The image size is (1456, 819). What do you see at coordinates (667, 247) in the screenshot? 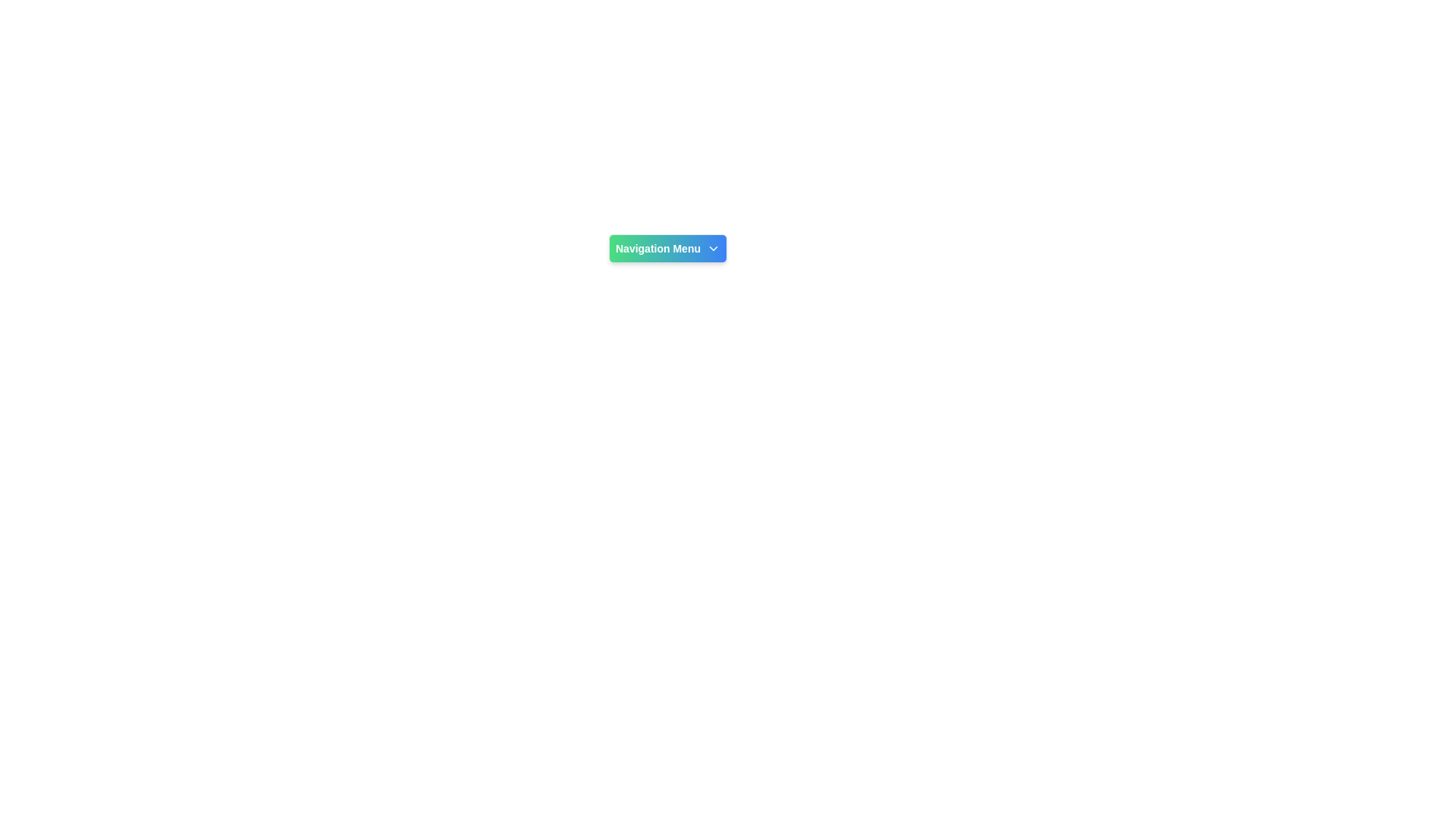
I see `the 'Navigation Menu' button, which is a compact rectangular button with a gradient background transitioning from green to blue, featuring white bold text and a down-chevron icon on the right` at bounding box center [667, 247].